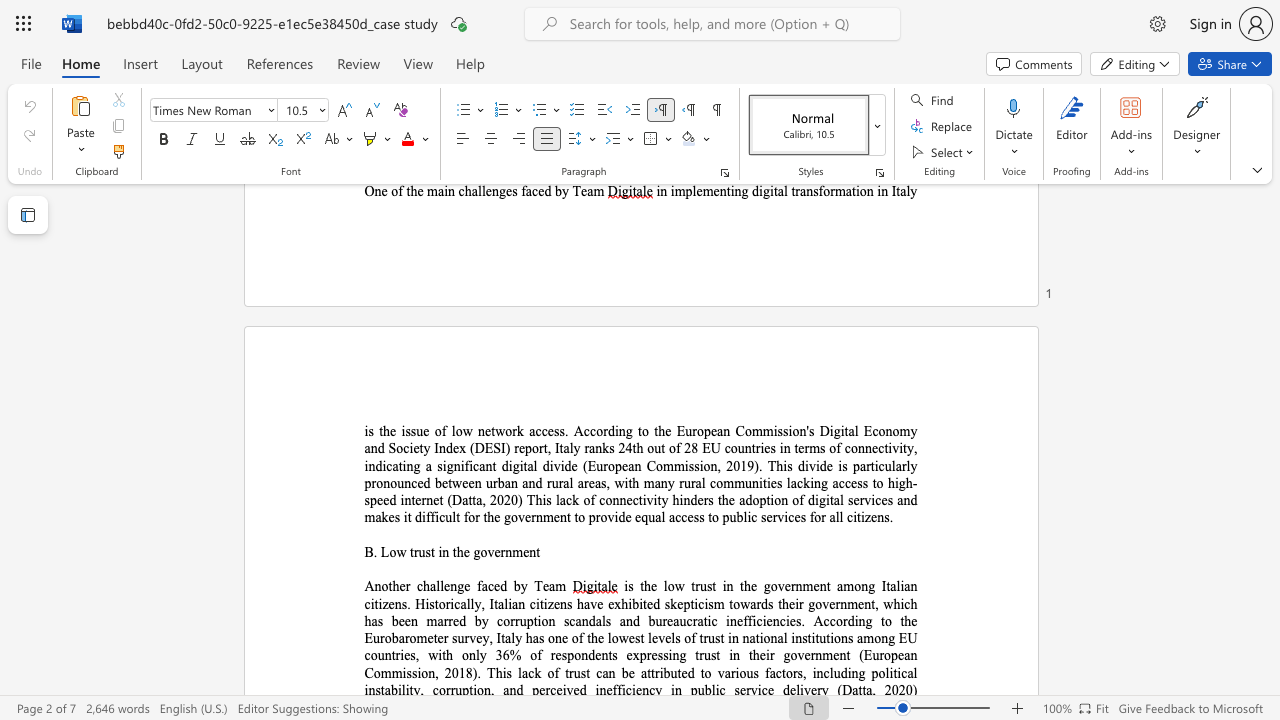 The width and height of the screenshot is (1280, 720). I want to click on the 1th character "e" in the text, so click(465, 552).